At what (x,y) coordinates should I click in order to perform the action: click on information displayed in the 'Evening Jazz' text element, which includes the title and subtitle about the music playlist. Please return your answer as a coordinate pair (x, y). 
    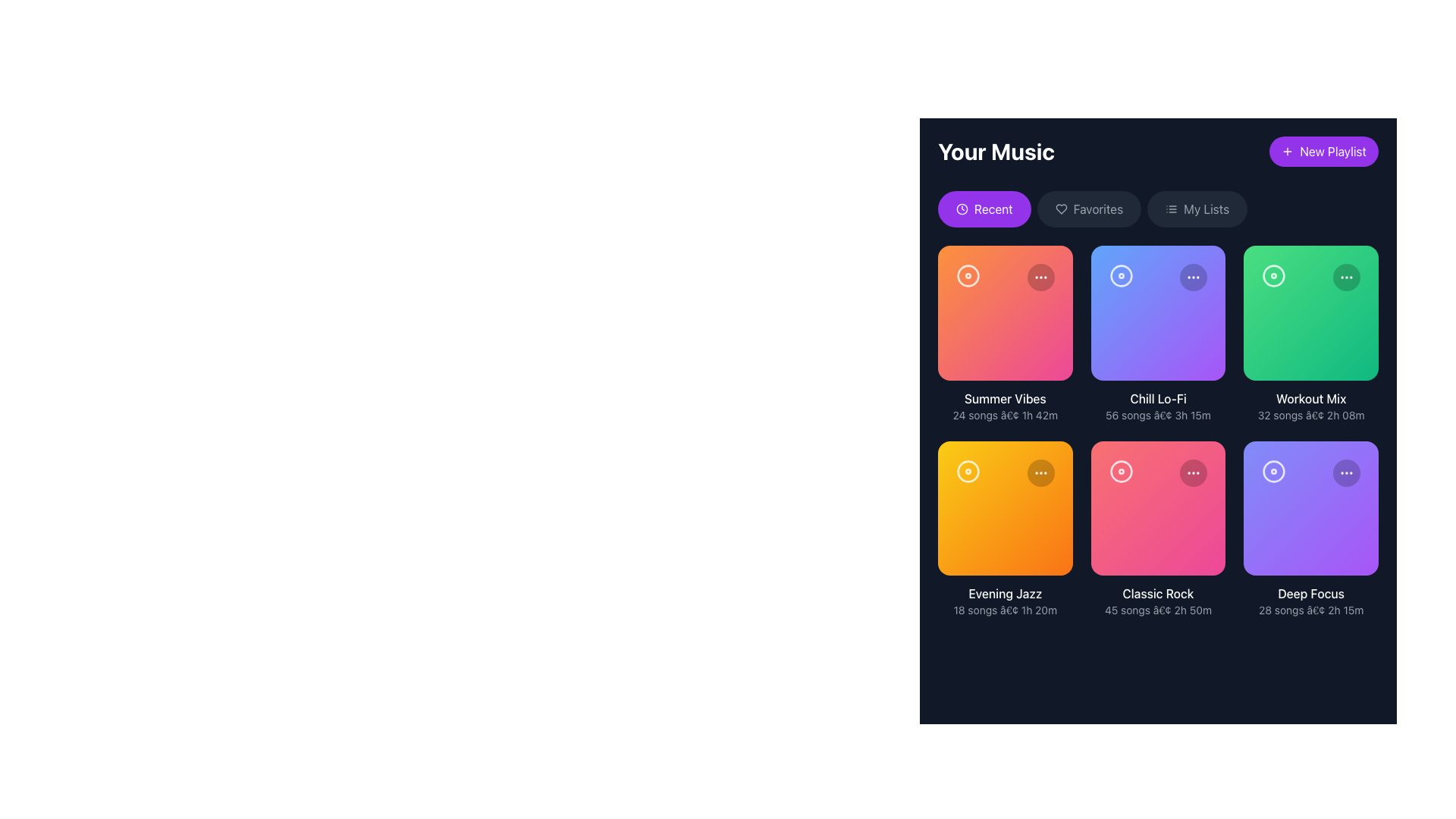
    Looking at the image, I should click on (1005, 601).